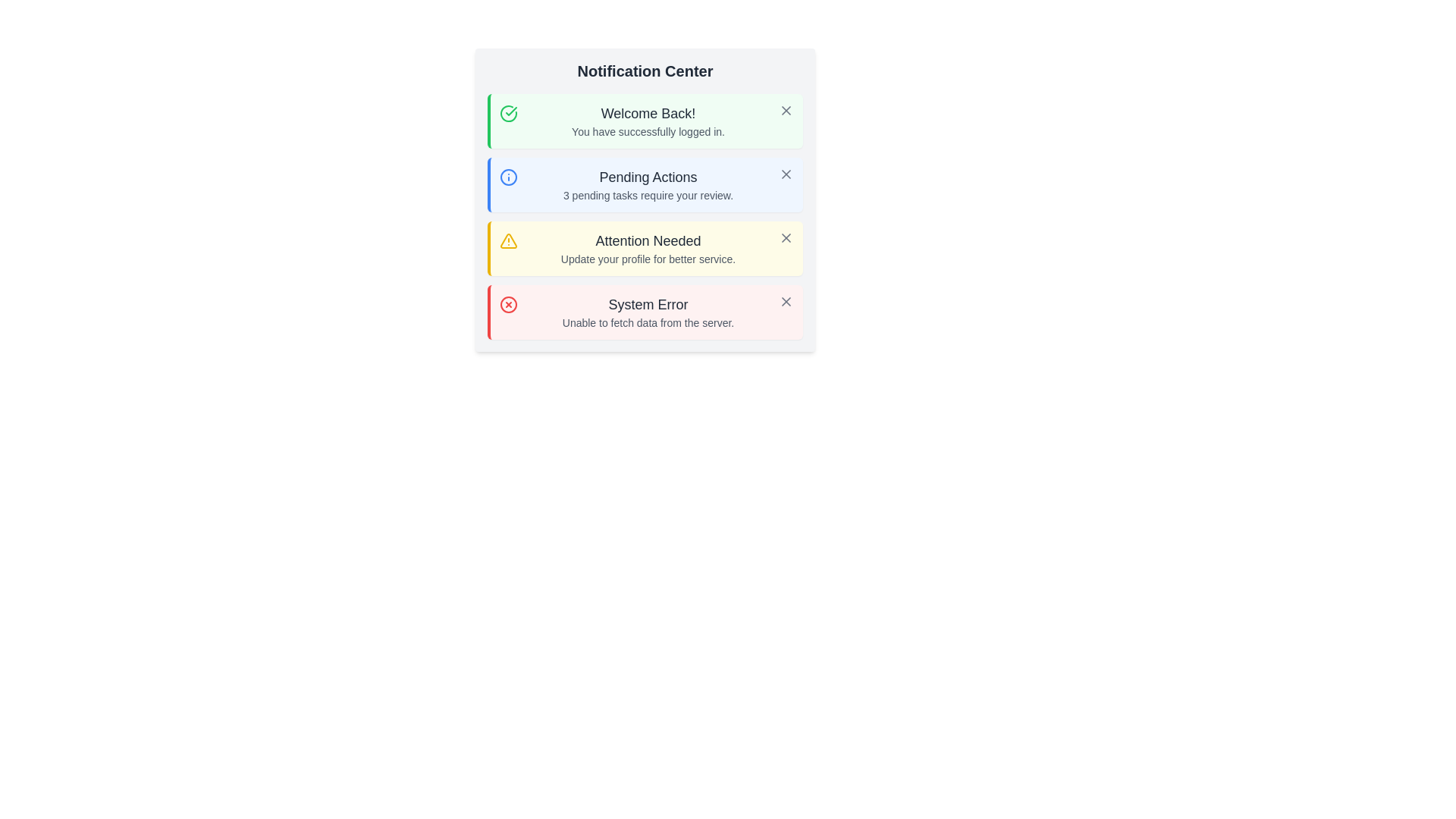 This screenshot has width=1456, height=819. I want to click on the error icon located in the bottom-left corner of the 'System Error' notification block, adjacent to the text 'System Error' and 'Unable to fetch data from the server.', so click(509, 304).